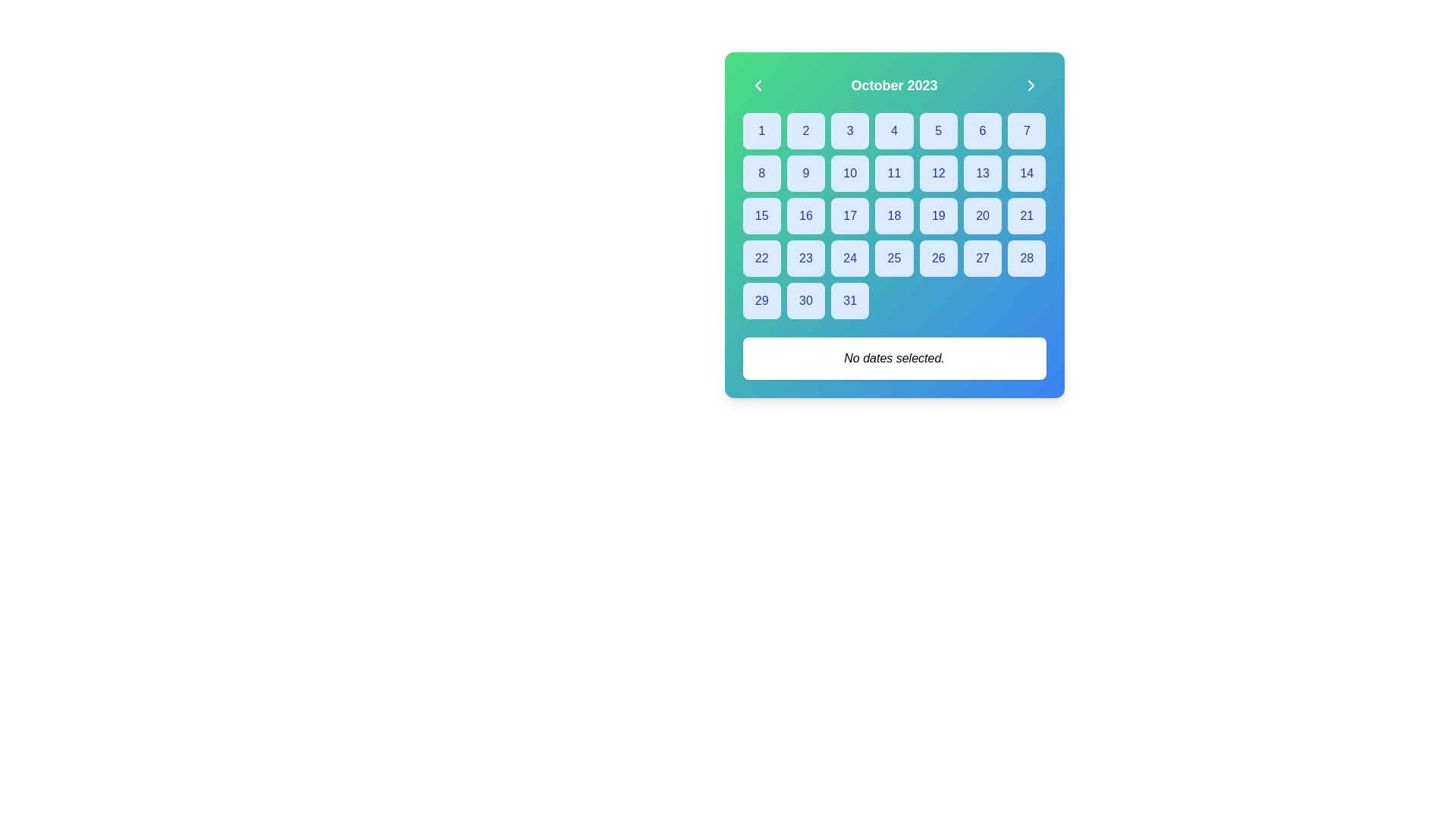 This screenshot has width=1456, height=819. What do you see at coordinates (850, 301) in the screenshot?
I see `the light blue button with rounded corners that has the text '31' centered on it` at bounding box center [850, 301].